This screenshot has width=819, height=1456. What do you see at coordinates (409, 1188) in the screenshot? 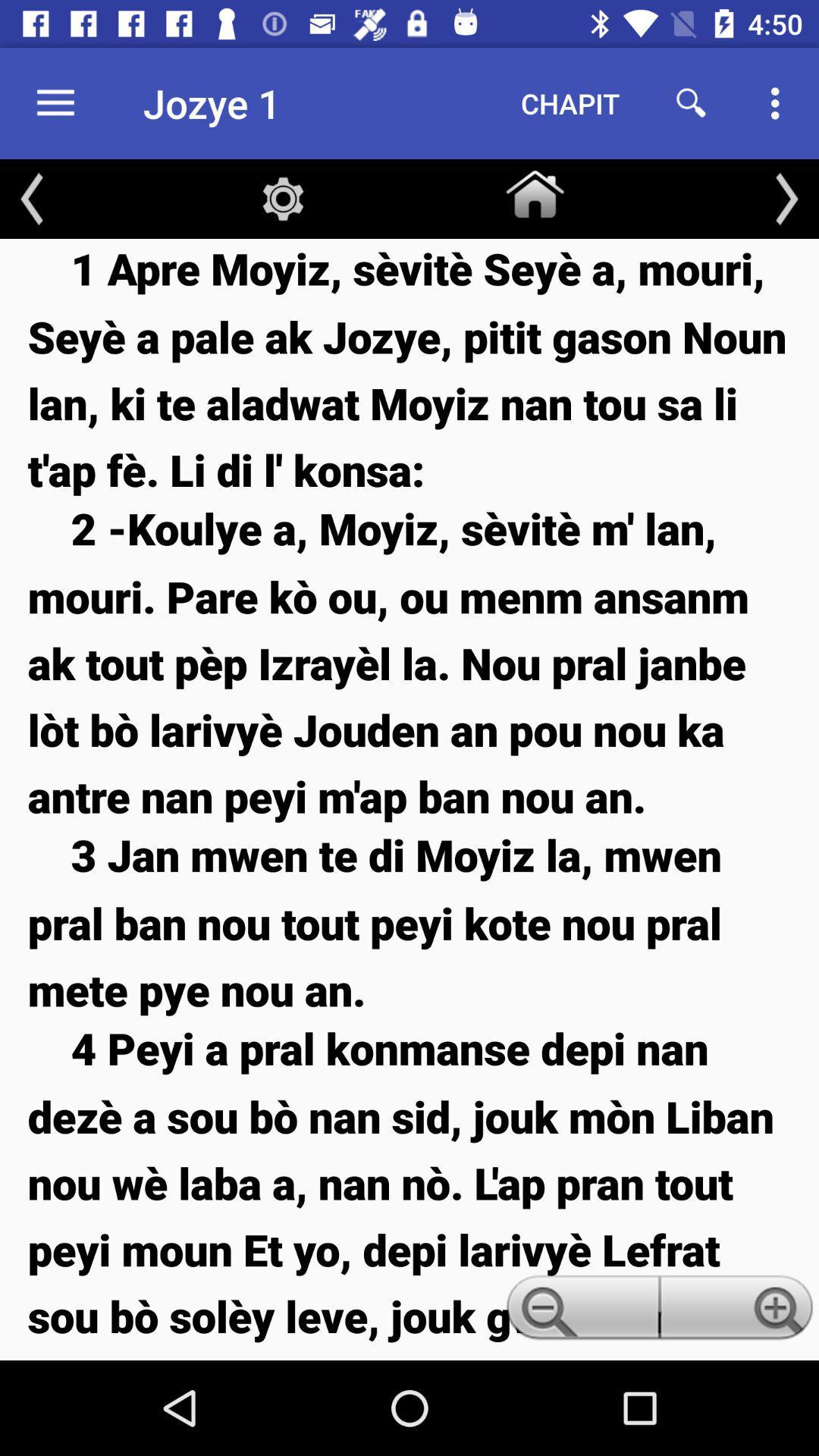
I see `icon below 3 jan mwen icon` at bounding box center [409, 1188].